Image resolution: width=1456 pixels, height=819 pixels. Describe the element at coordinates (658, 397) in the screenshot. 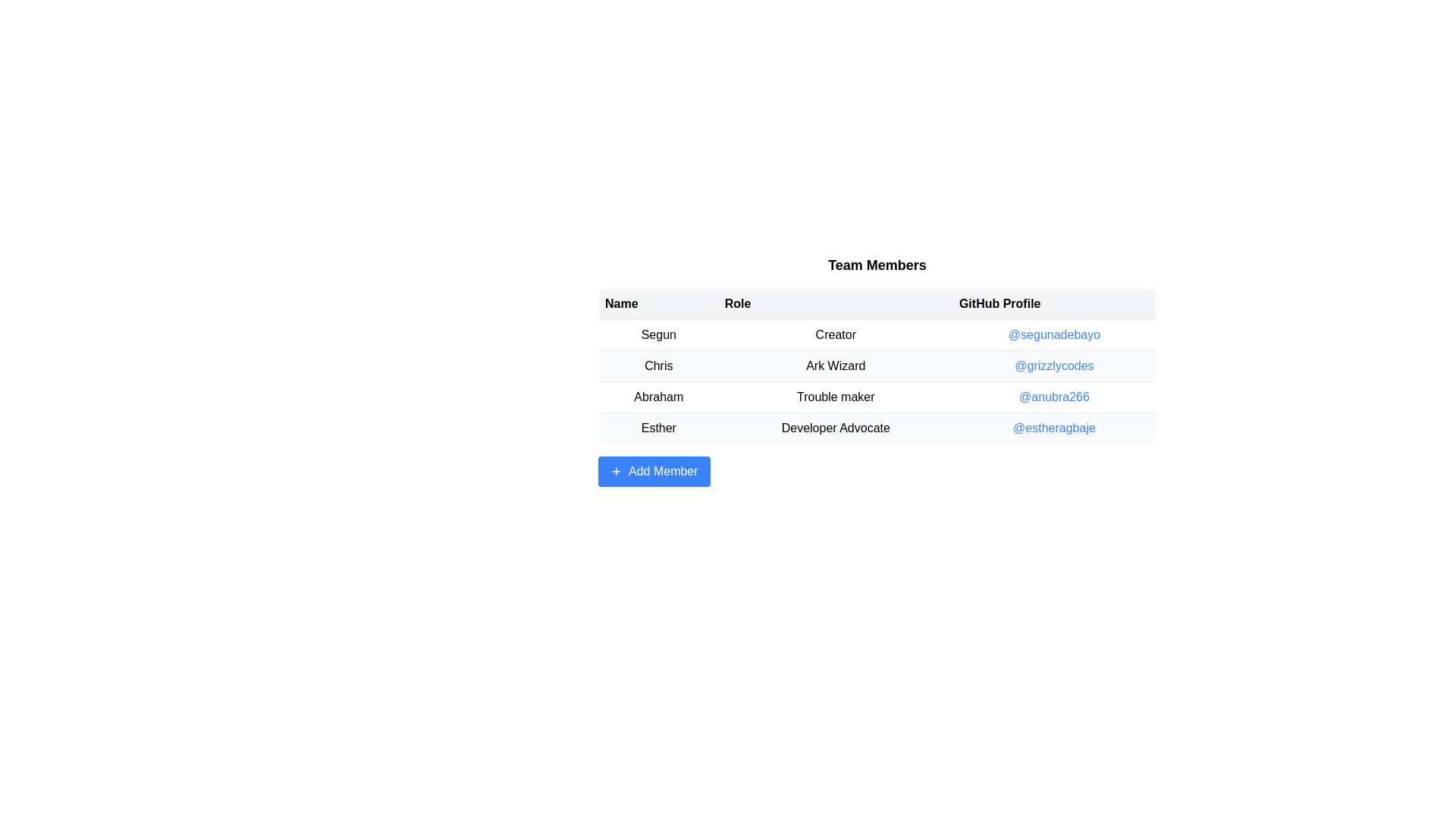

I see `the text element displaying 'Abraham' in the 'Name' column of the team member listing table` at that location.